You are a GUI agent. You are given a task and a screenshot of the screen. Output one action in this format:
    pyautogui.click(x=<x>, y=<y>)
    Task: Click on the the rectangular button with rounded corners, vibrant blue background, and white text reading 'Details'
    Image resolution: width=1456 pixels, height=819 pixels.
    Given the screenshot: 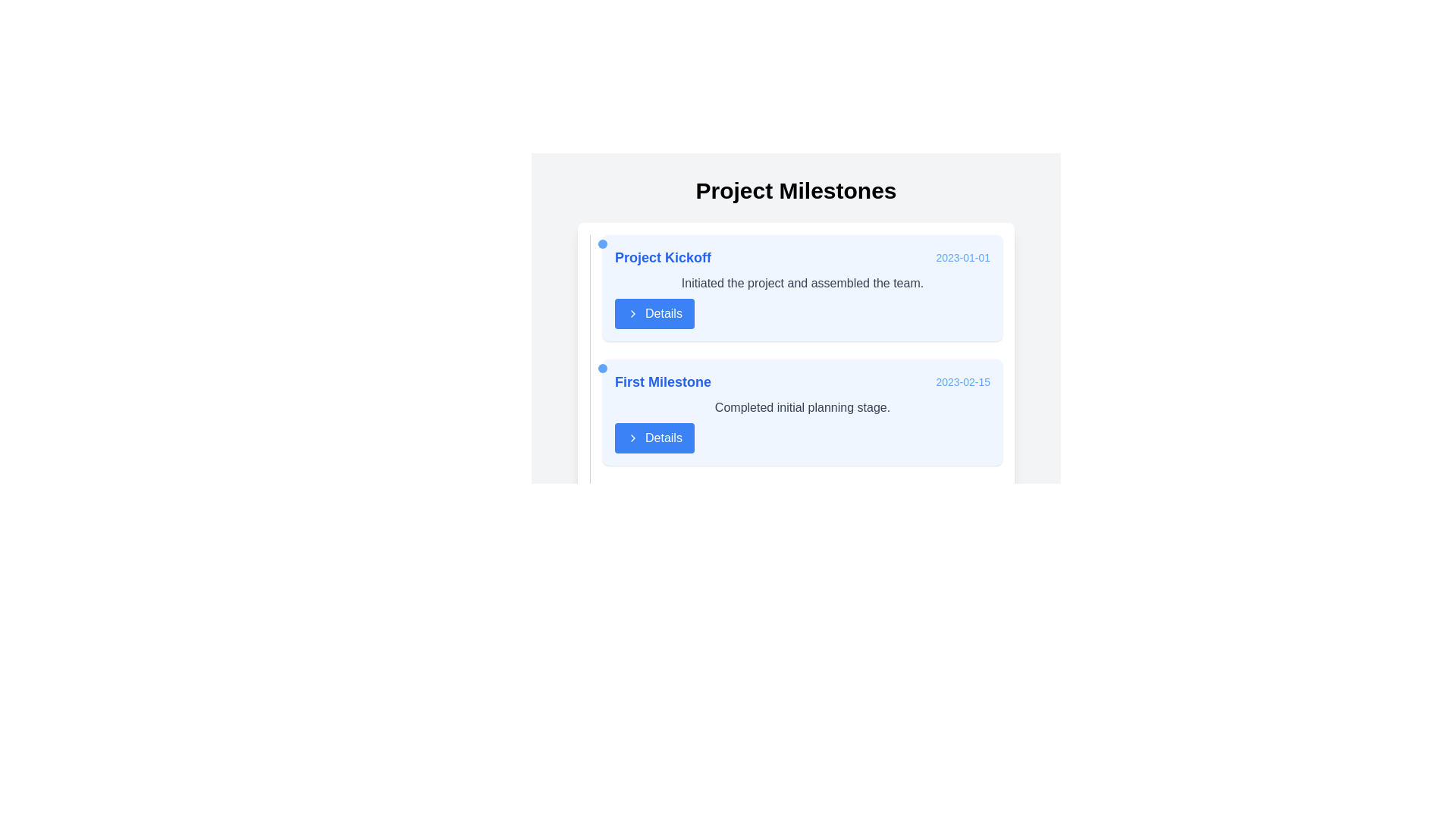 What is the action you would take?
    pyautogui.click(x=654, y=312)
    